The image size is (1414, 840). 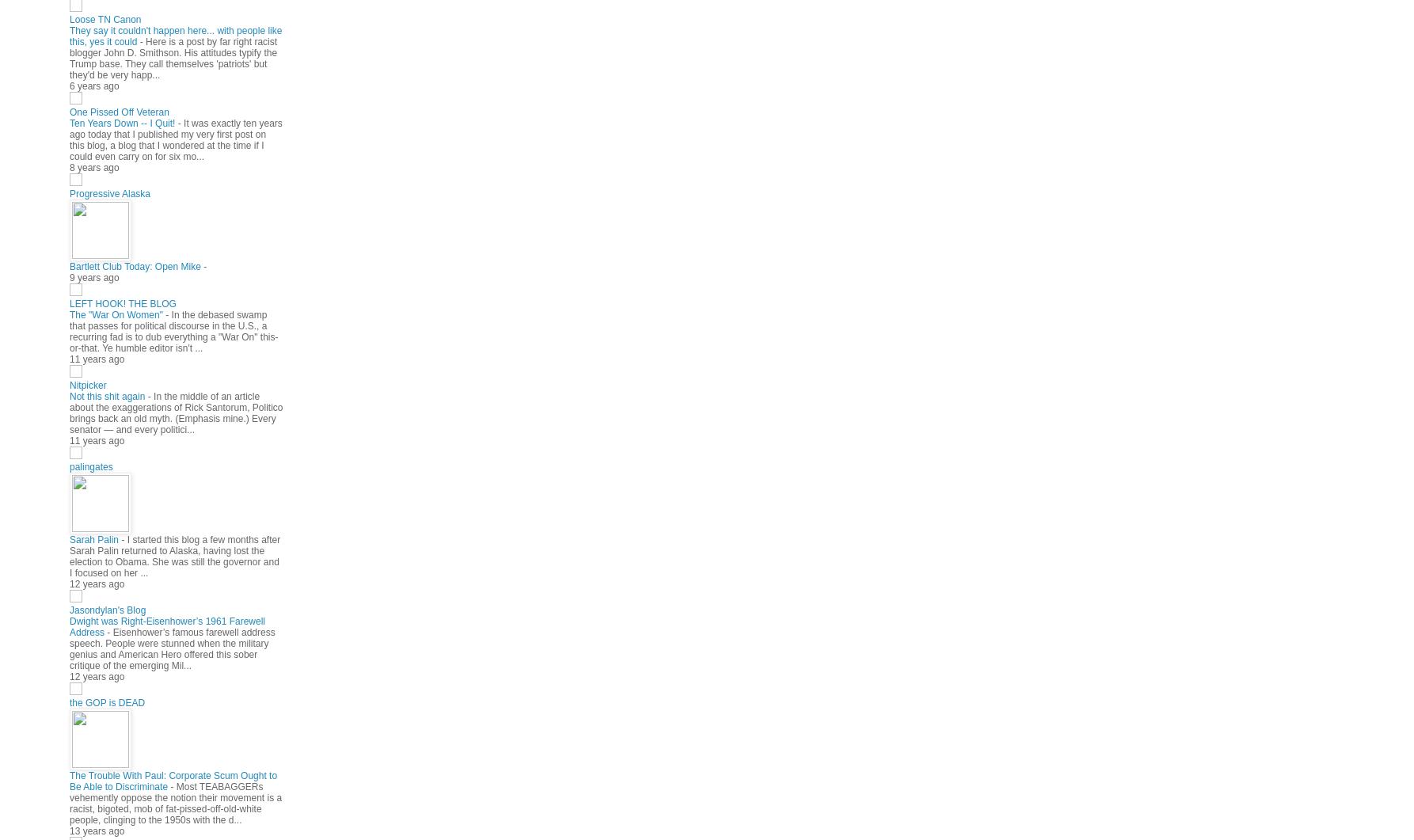 I want to click on 'LEFT HOOK! THE BLOG', so click(x=70, y=303).